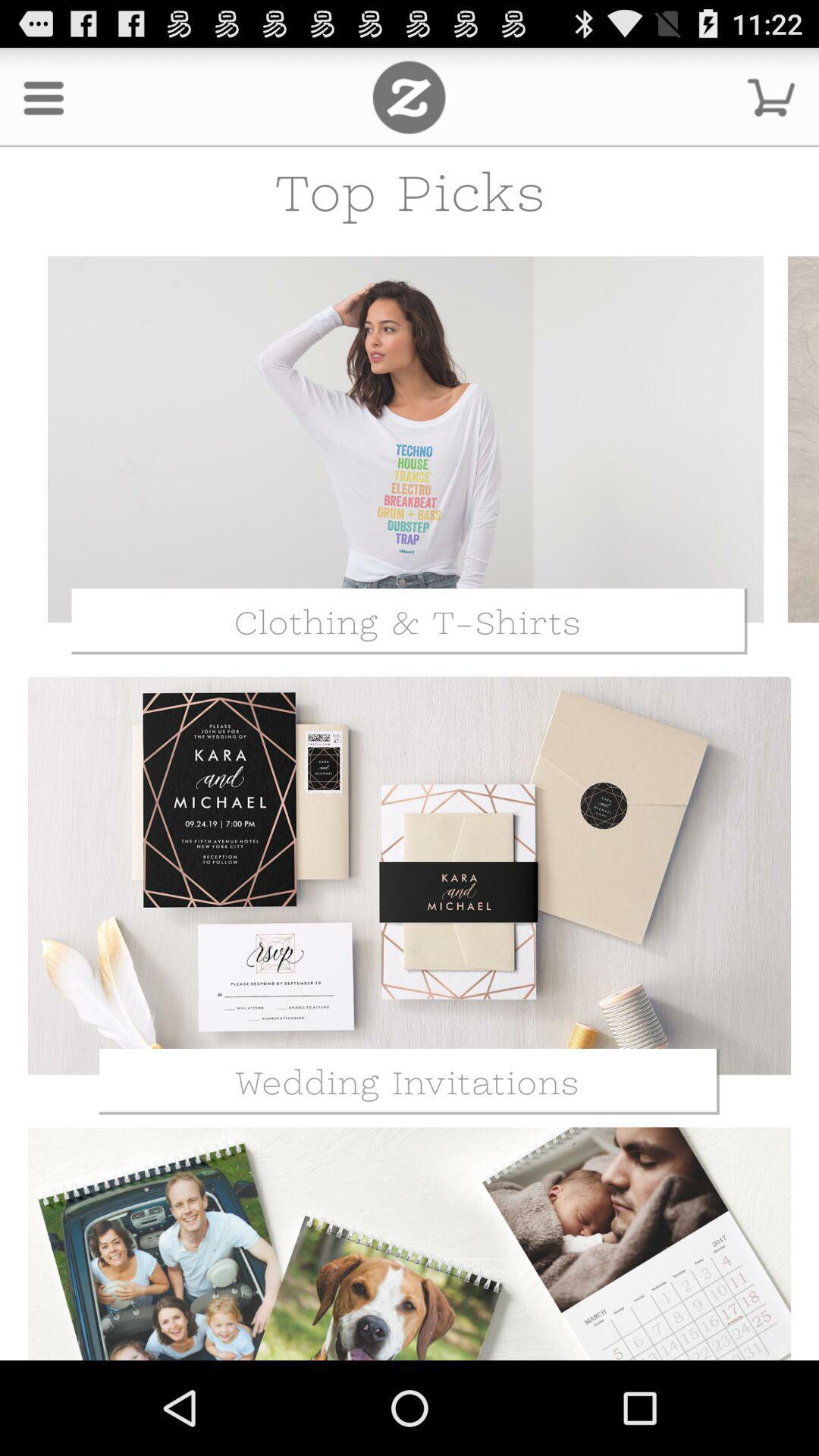 The width and height of the screenshot is (819, 1456). I want to click on the cart icon, so click(771, 103).